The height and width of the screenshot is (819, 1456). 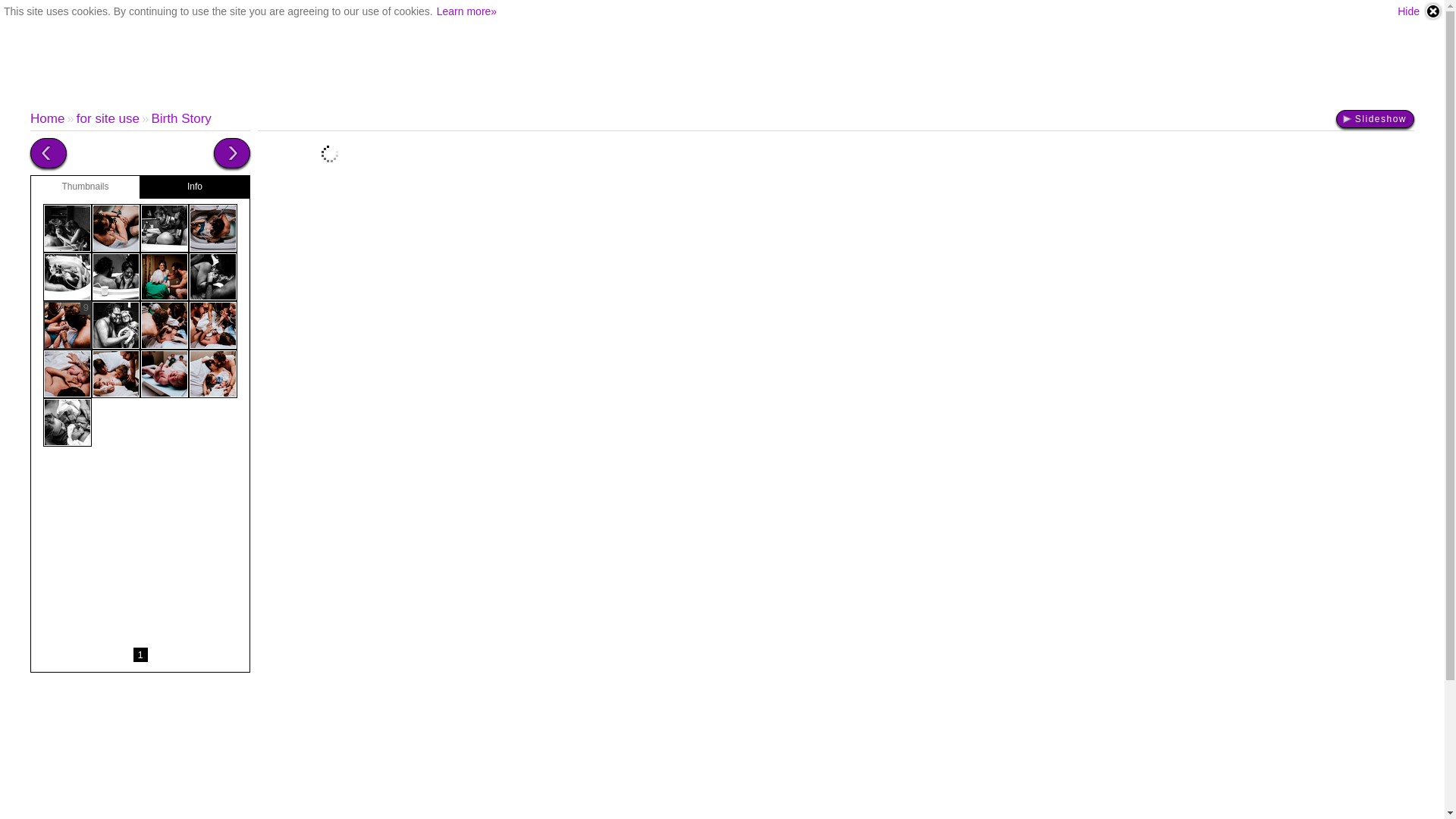 What do you see at coordinates (140, 654) in the screenshot?
I see `'1'` at bounding box center [140, 654].